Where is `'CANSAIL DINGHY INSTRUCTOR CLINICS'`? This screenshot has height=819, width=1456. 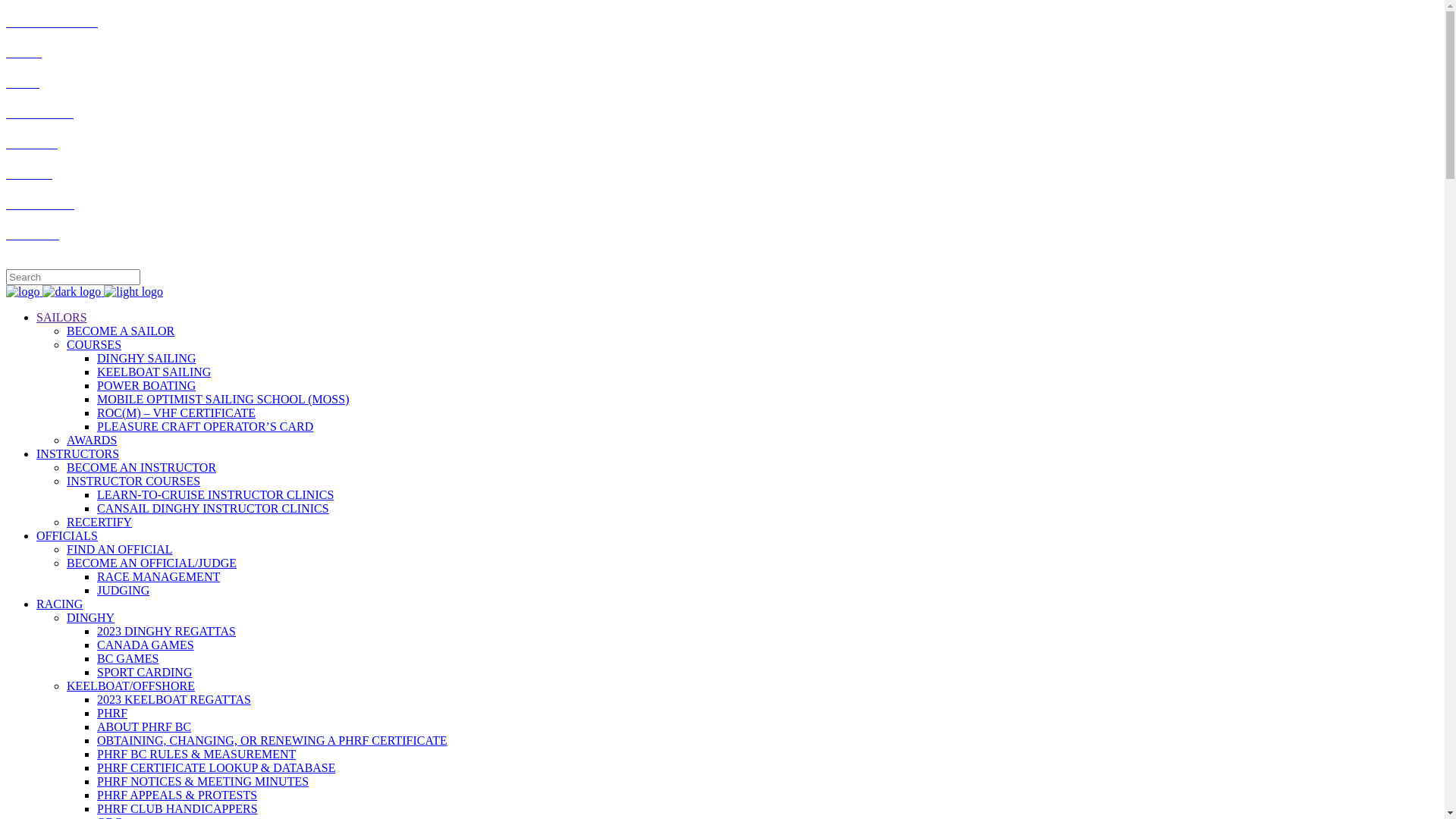 'CANSAIL DINGHY INSTRUCTOR CLINICS' is located at coordinates (212, 508).